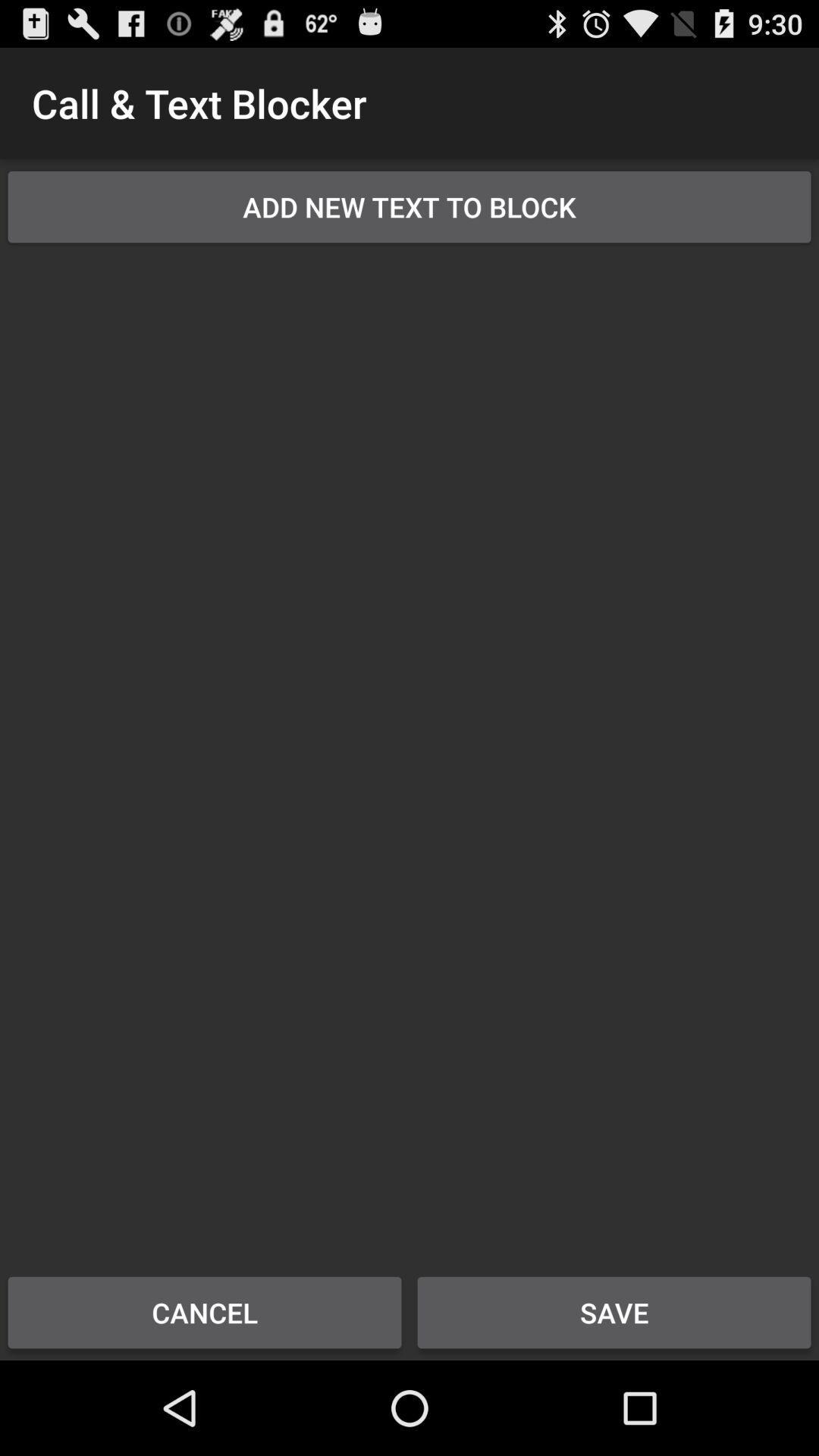  Describe the element at coordinates (614, 1312) in the screenshot. I see `the item at the bottom right corner` at that location.